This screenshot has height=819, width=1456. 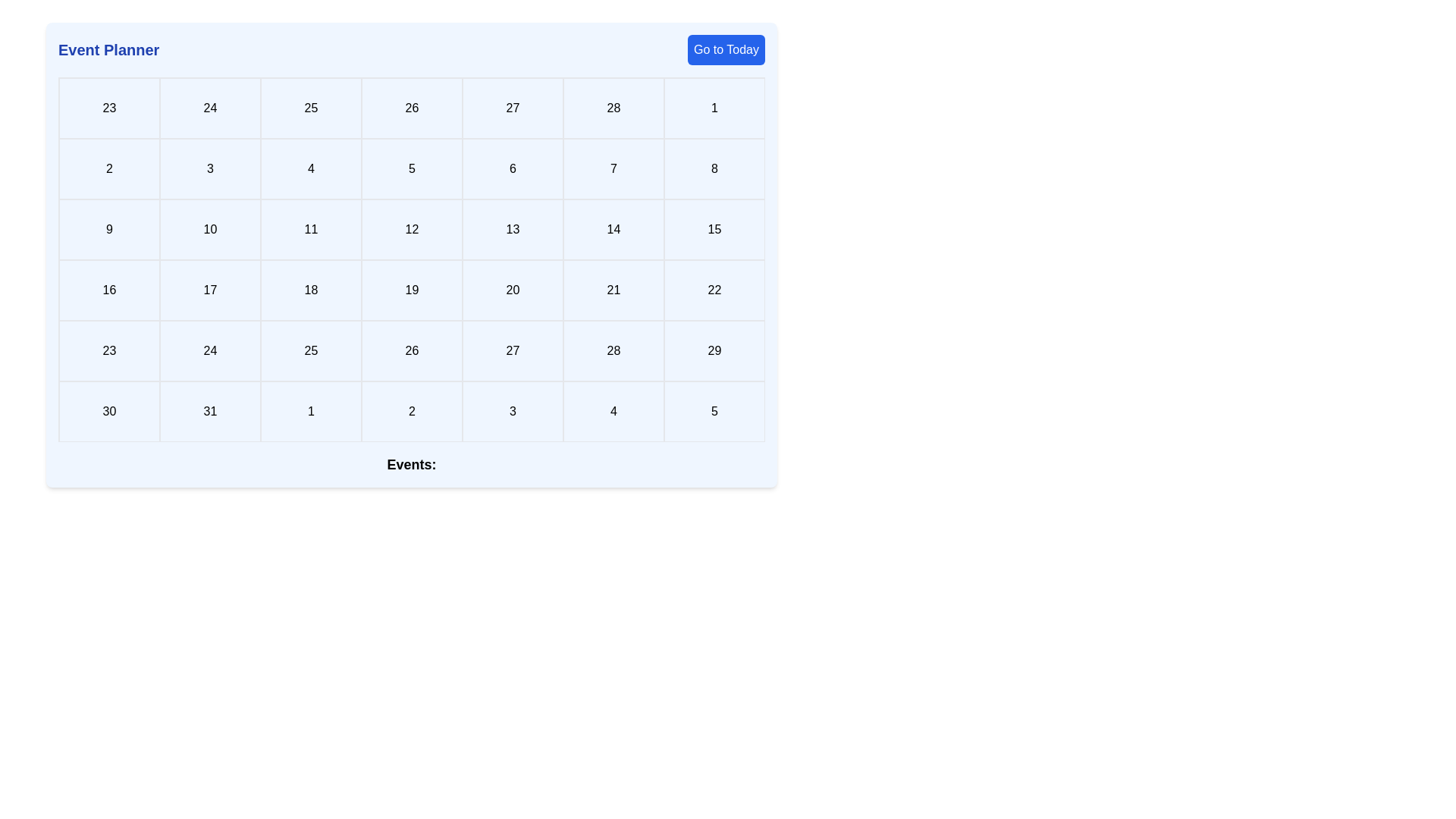 I want to click on the grid cell containing the text '26', so click(x=412, y=107).